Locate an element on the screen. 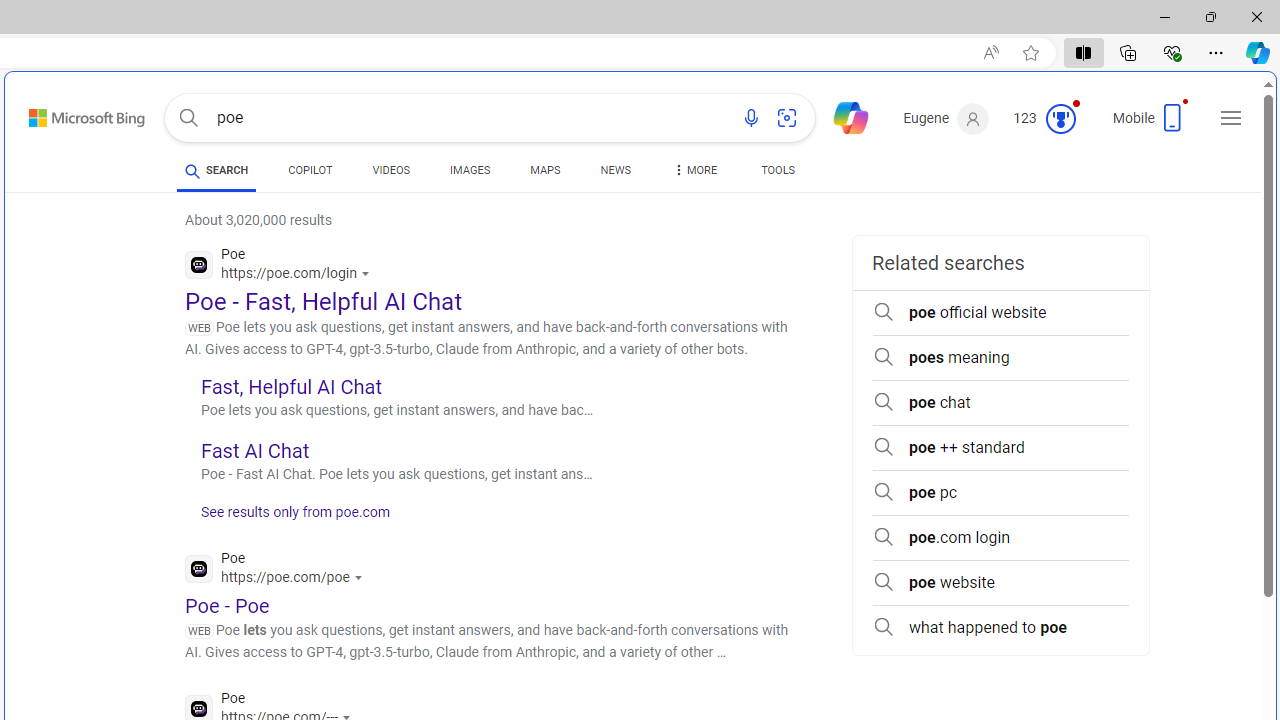  'poe pc' is located at coordinates (1000, 492).